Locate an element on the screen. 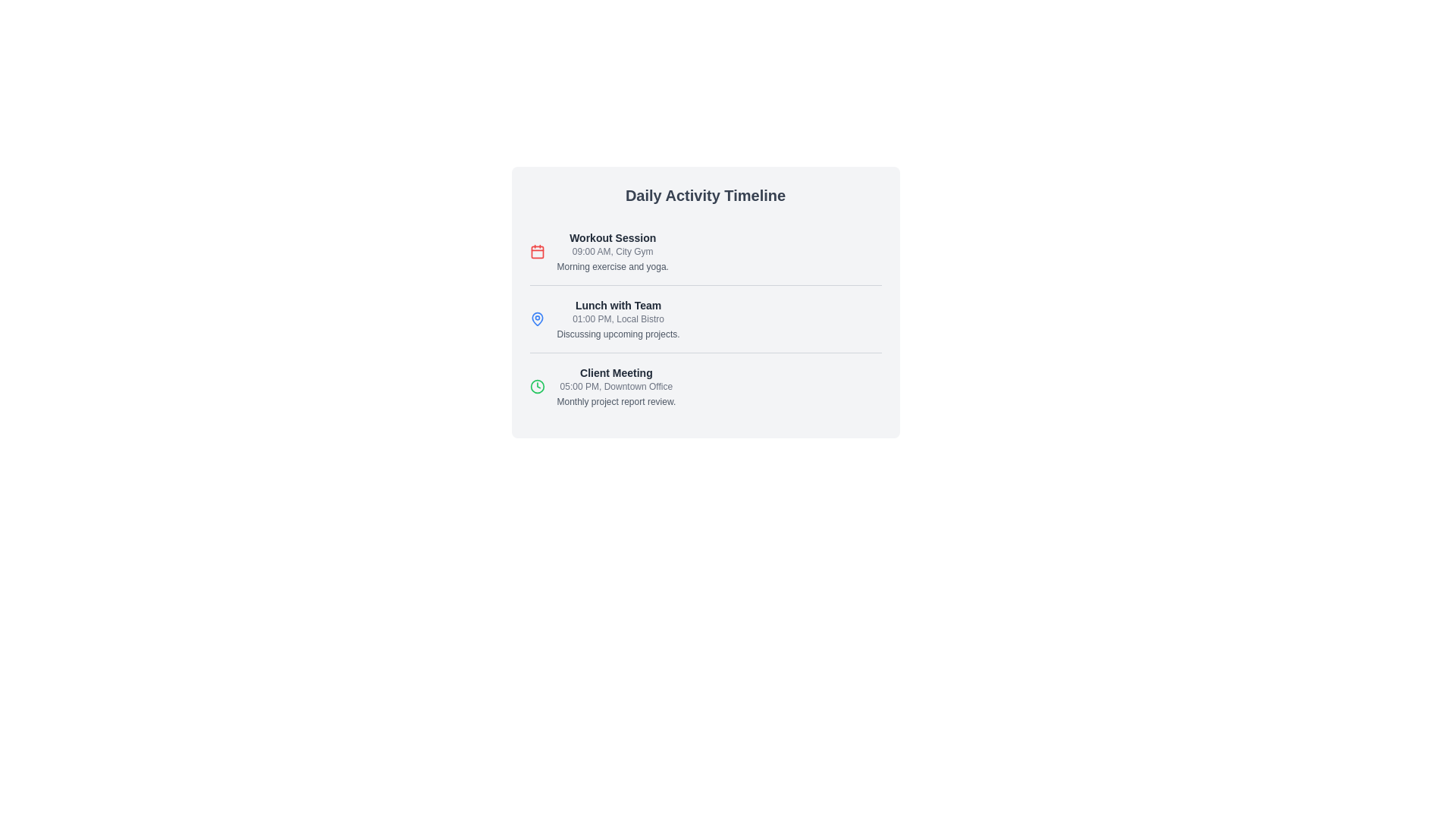  the second schedule entry in the list of events, which provides details about a planned activity, located between 'Workout Session' and 'Client Meeting' is located at coordinates (704, 318).